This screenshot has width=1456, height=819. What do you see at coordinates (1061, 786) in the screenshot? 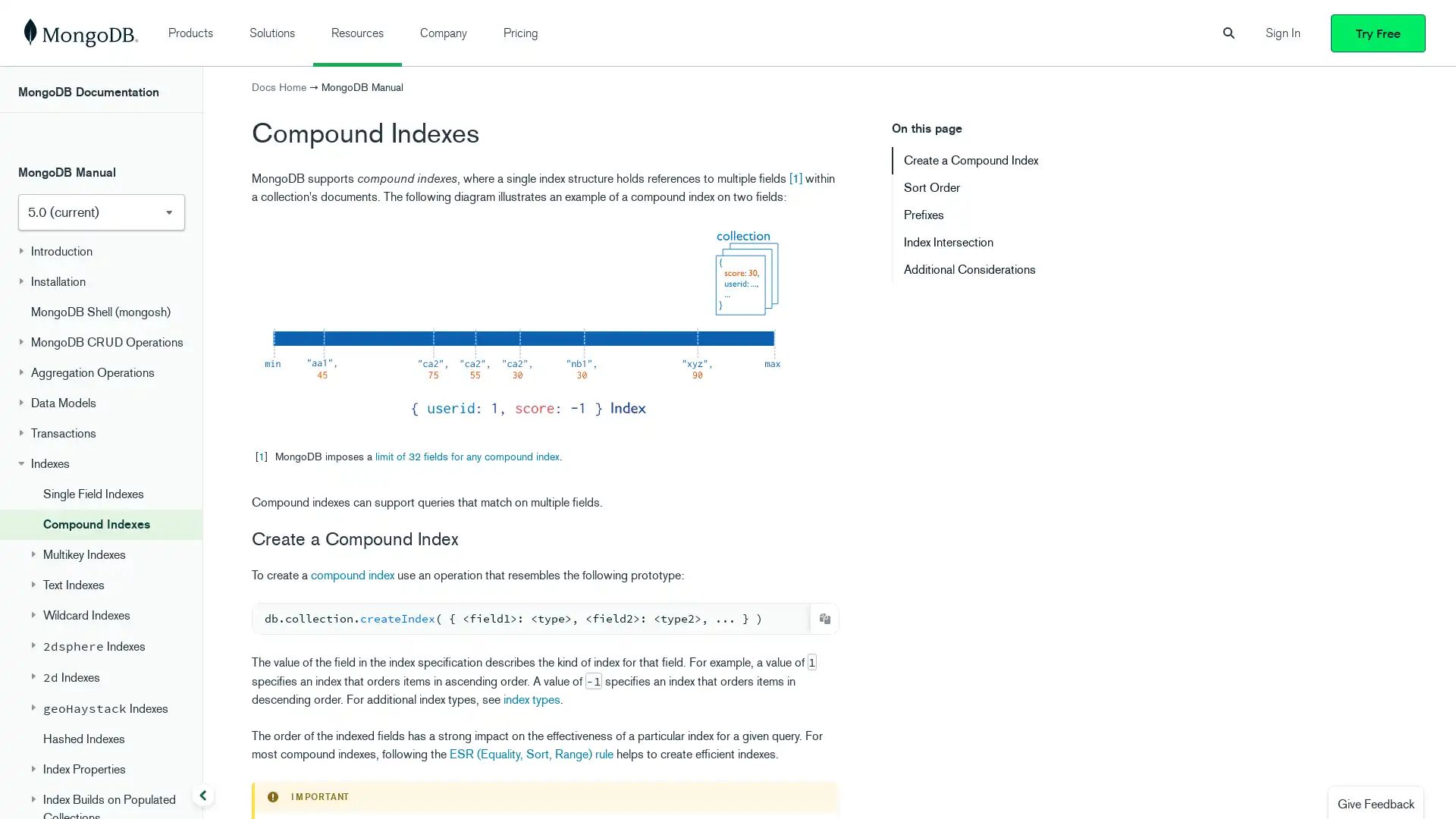
I see `Manage Cookies` at bounding box center [1061, 786].